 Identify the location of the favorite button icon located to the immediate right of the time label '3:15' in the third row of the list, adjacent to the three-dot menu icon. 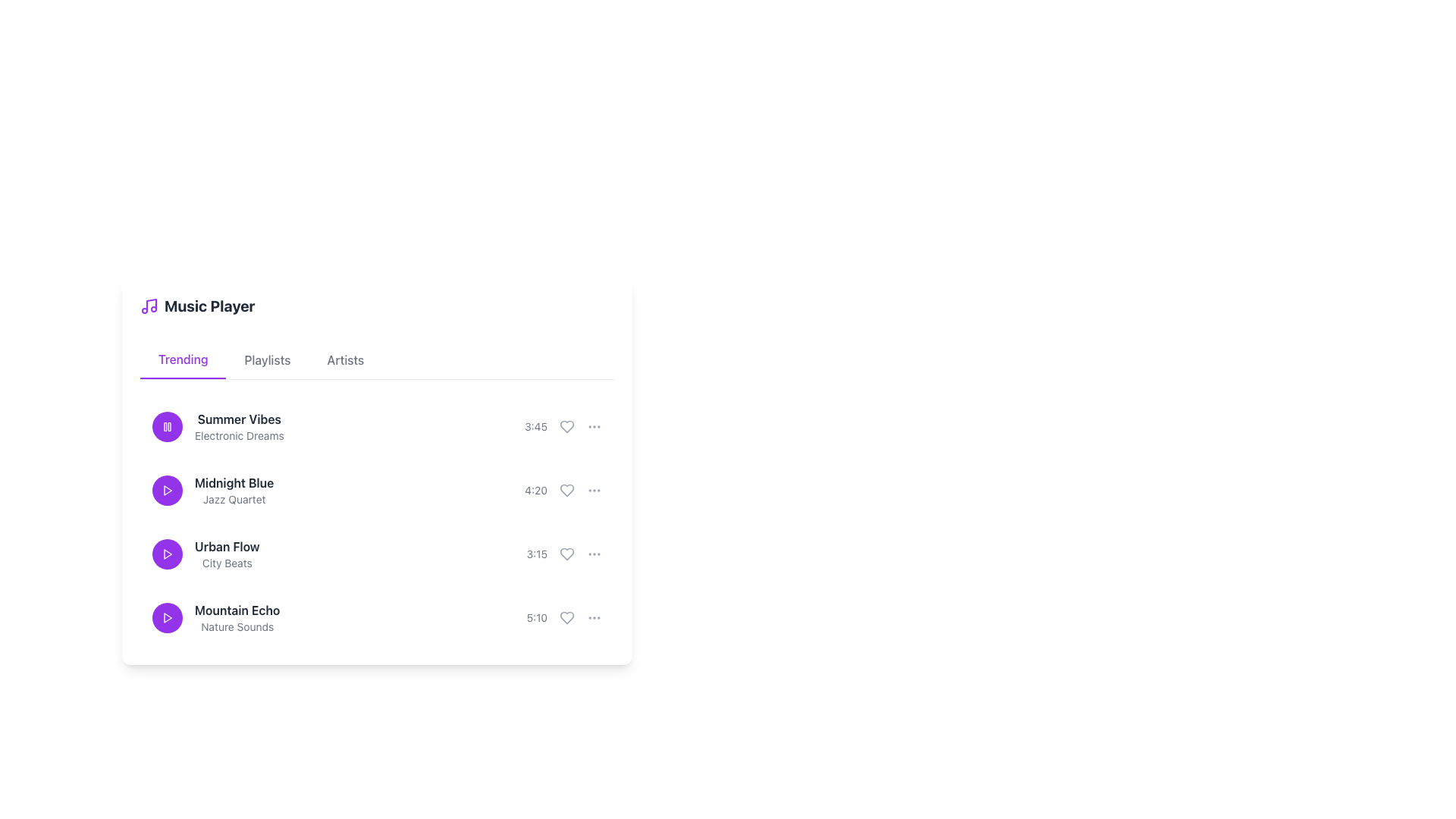
(566, 554).